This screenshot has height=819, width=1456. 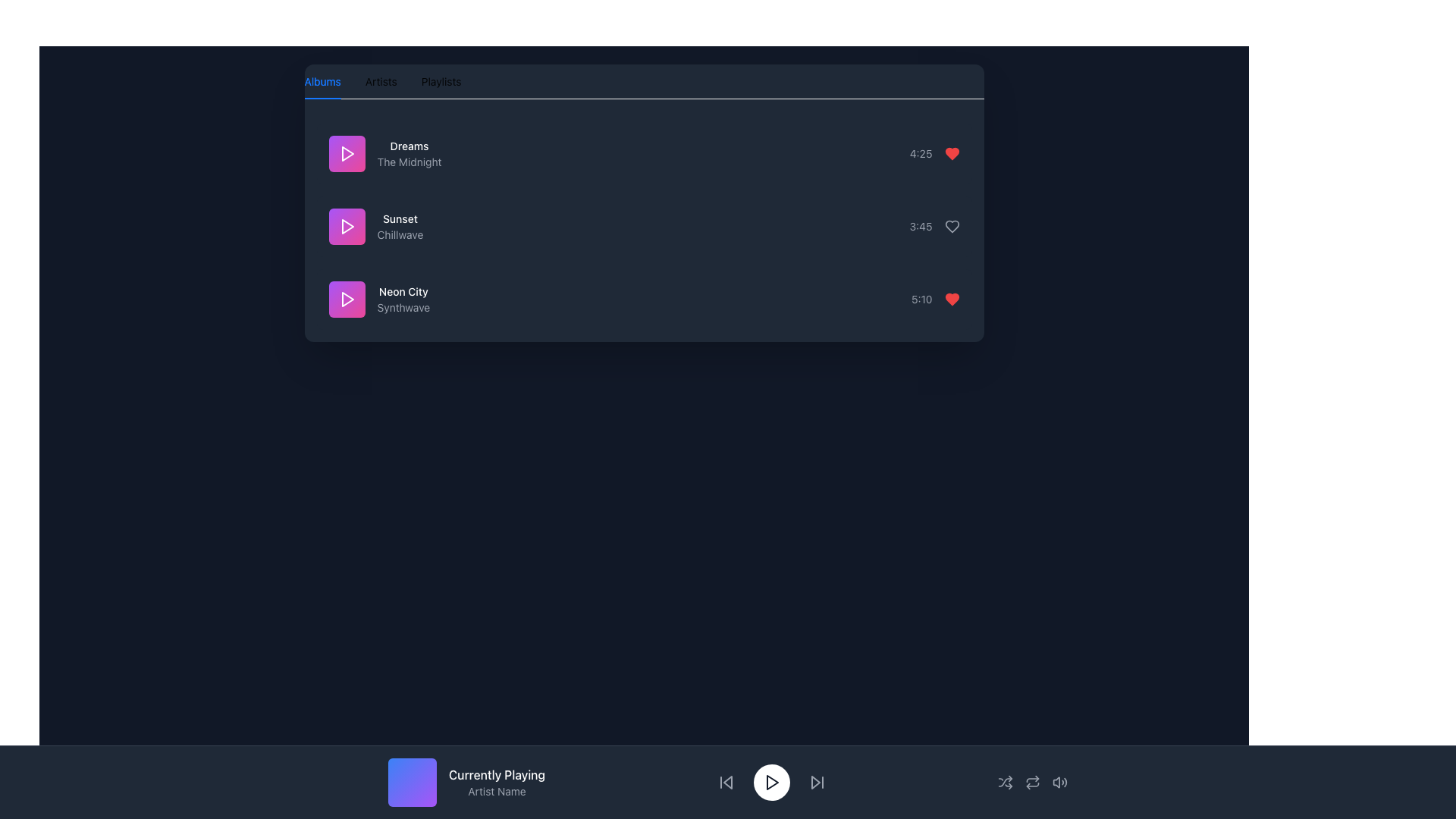 I want to click on the icon button located to the right of the '5:10' time label in the bottom row of the song list, so click(x=951, y=299).